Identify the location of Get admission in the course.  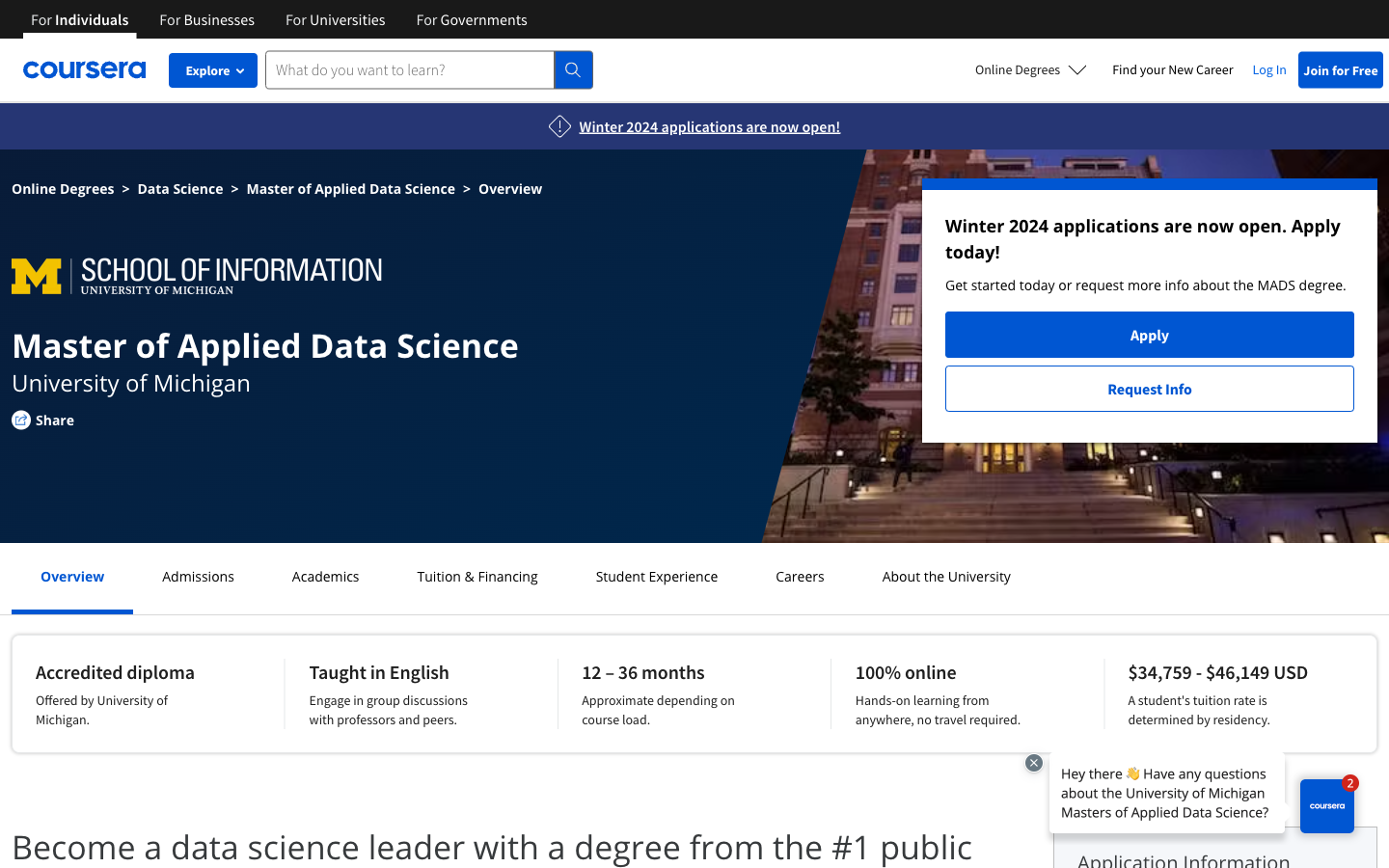
(198, 576).